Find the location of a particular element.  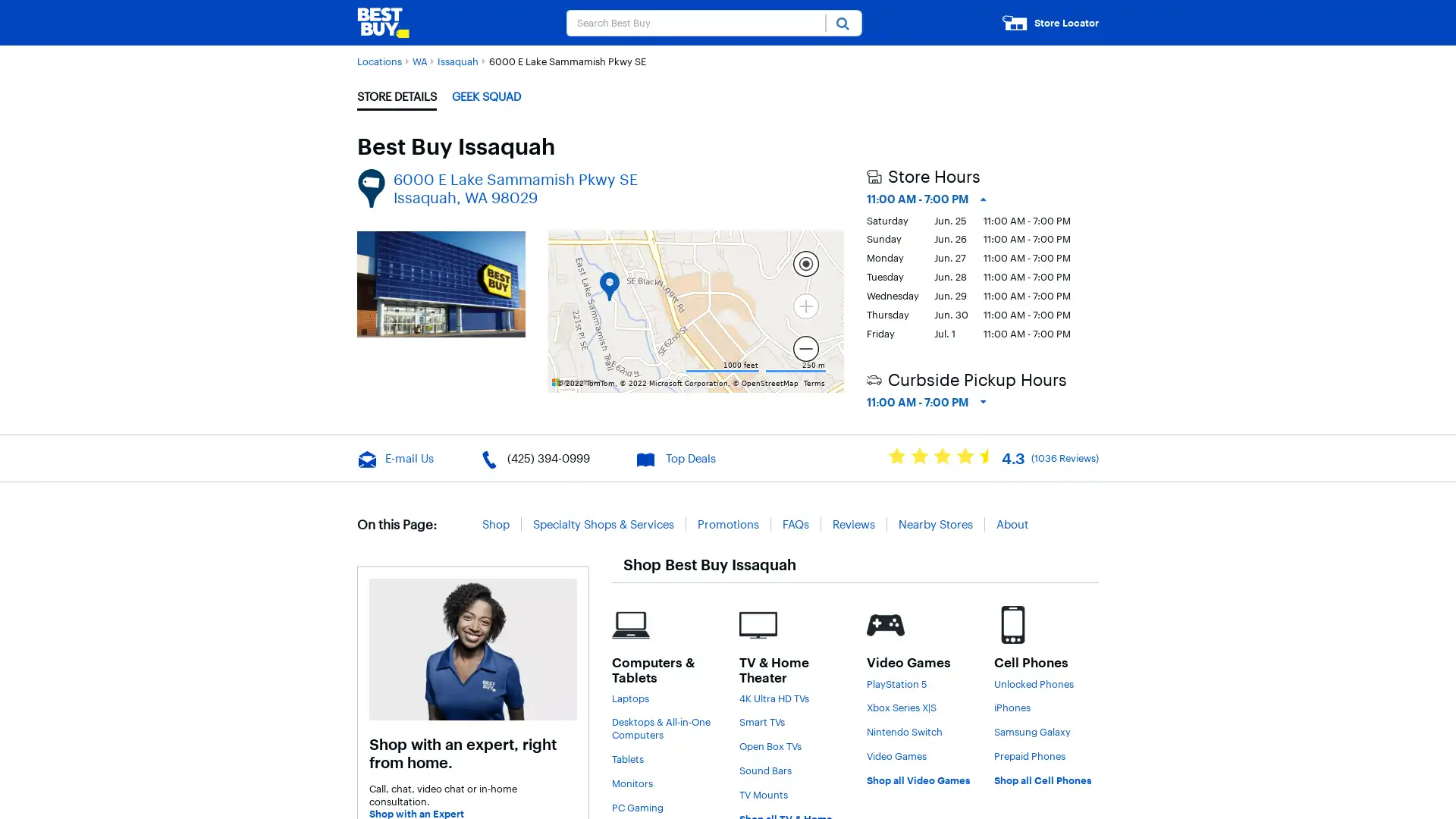

Submit is located at coordinates (843, 22).